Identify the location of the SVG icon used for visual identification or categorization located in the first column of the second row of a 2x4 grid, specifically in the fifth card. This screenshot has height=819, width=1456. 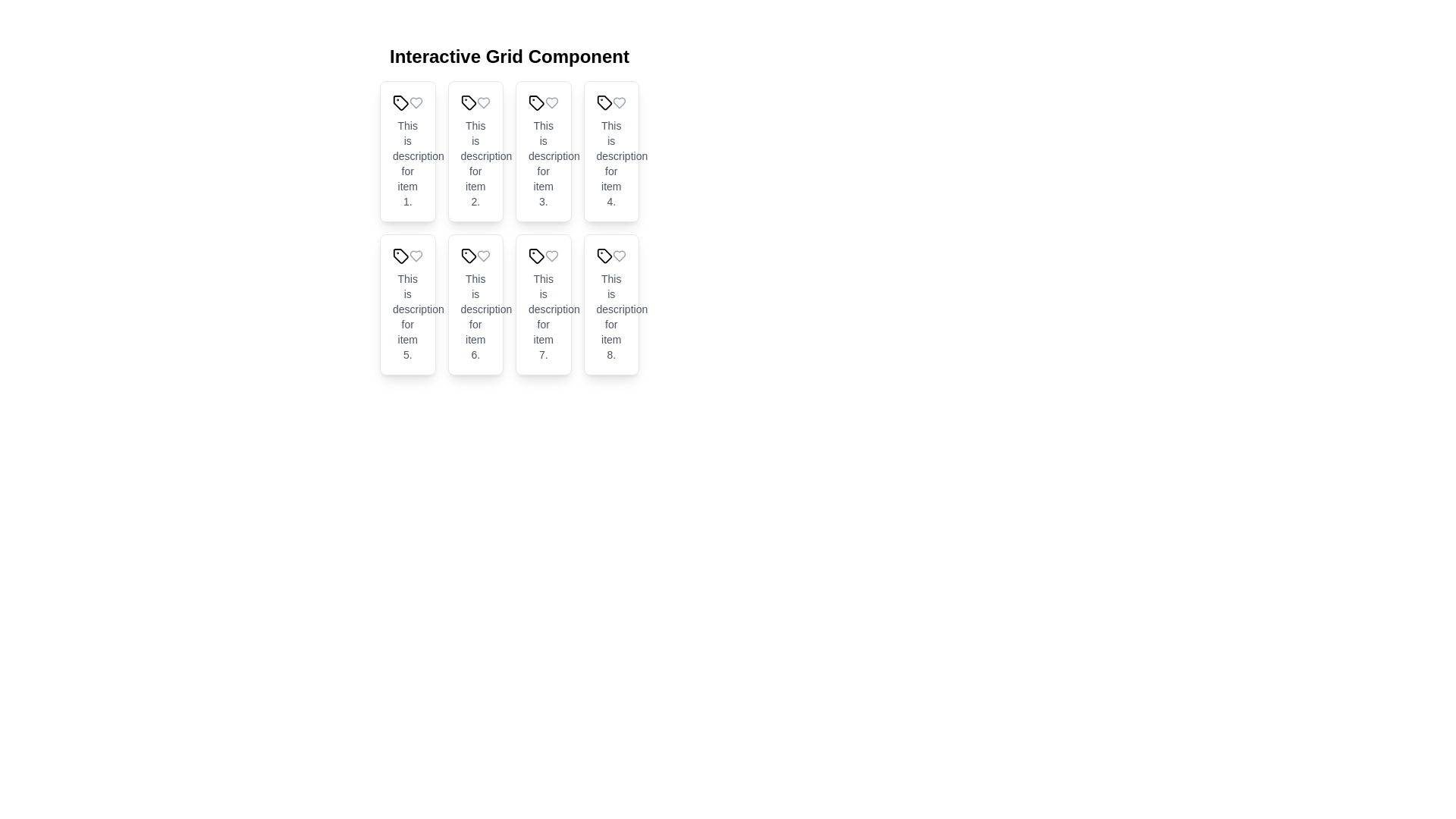
(400, 256).